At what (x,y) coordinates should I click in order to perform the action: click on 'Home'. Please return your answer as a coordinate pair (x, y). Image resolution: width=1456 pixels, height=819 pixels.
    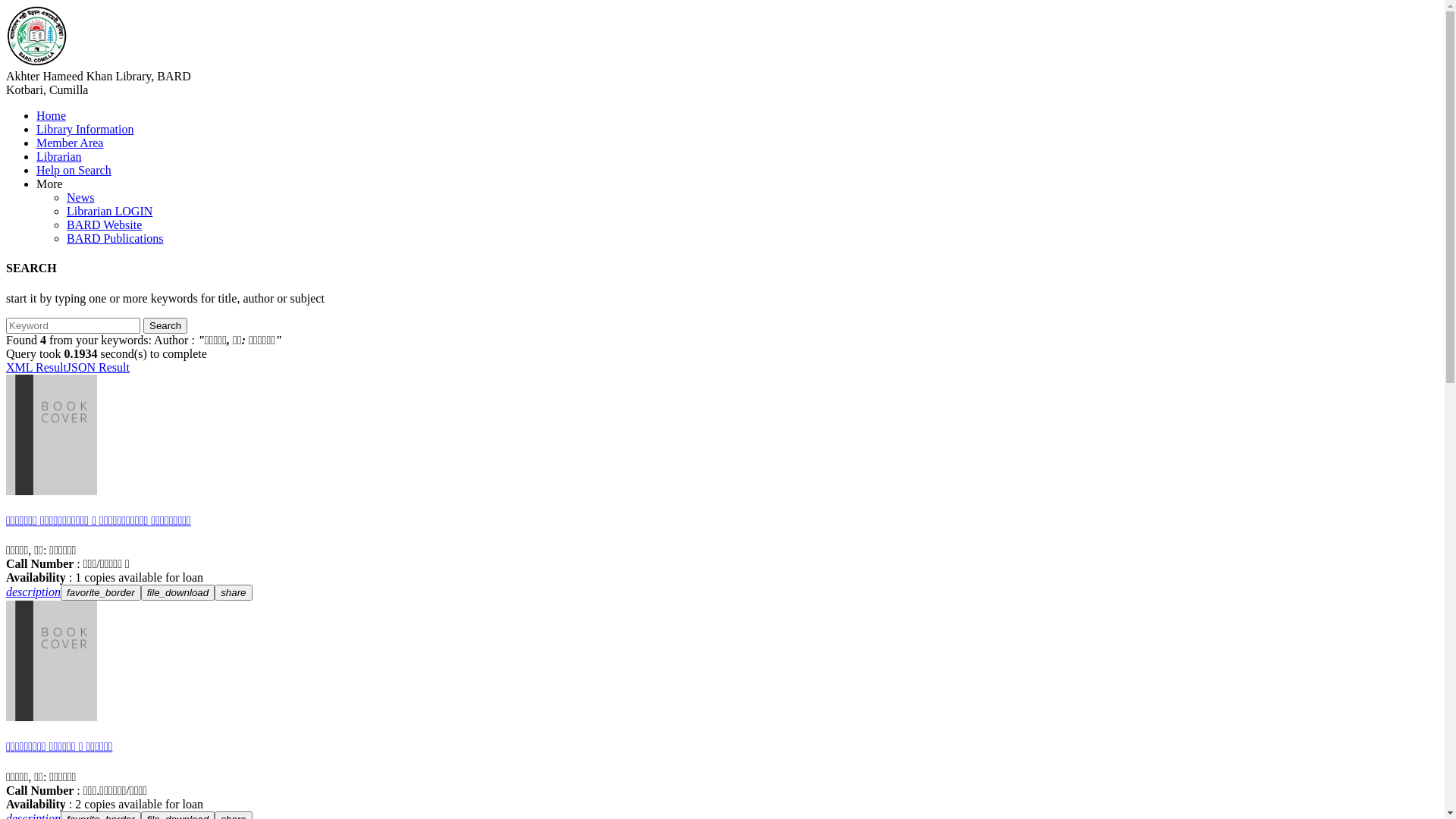
    Looking at the image, I should click on (51, 115).